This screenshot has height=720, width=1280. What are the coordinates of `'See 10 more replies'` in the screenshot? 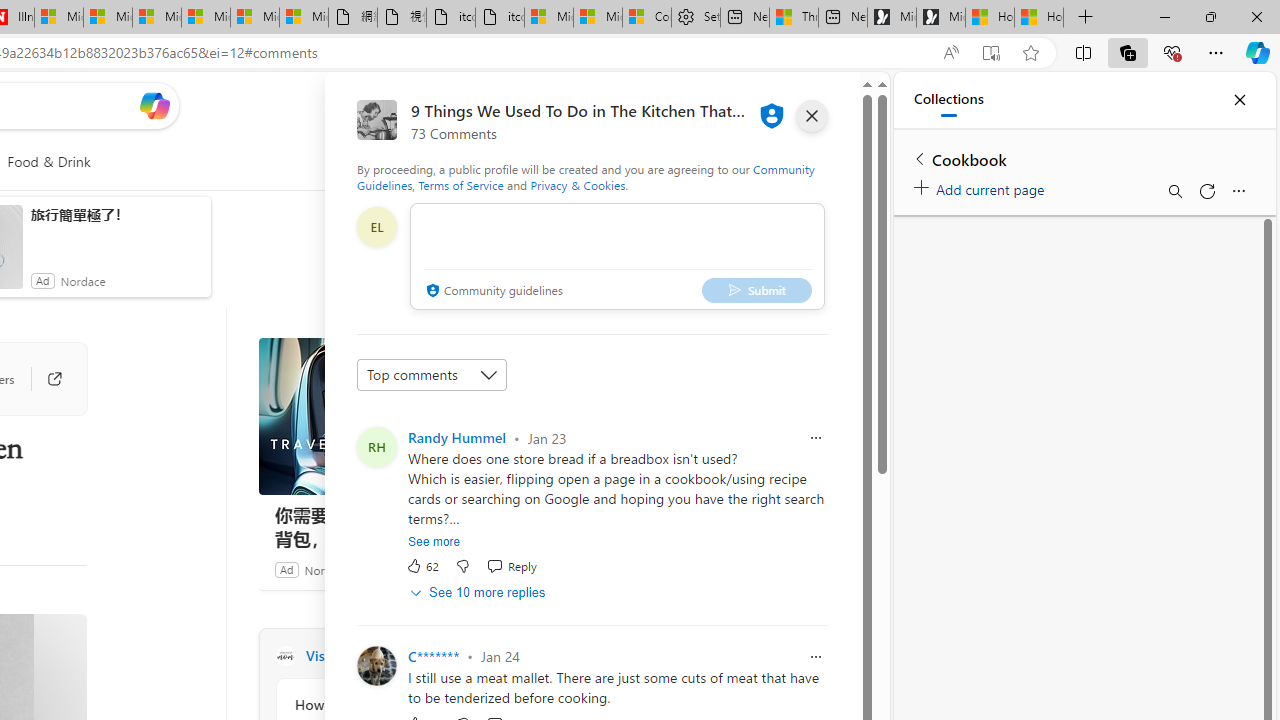 It's located at (480, 591).